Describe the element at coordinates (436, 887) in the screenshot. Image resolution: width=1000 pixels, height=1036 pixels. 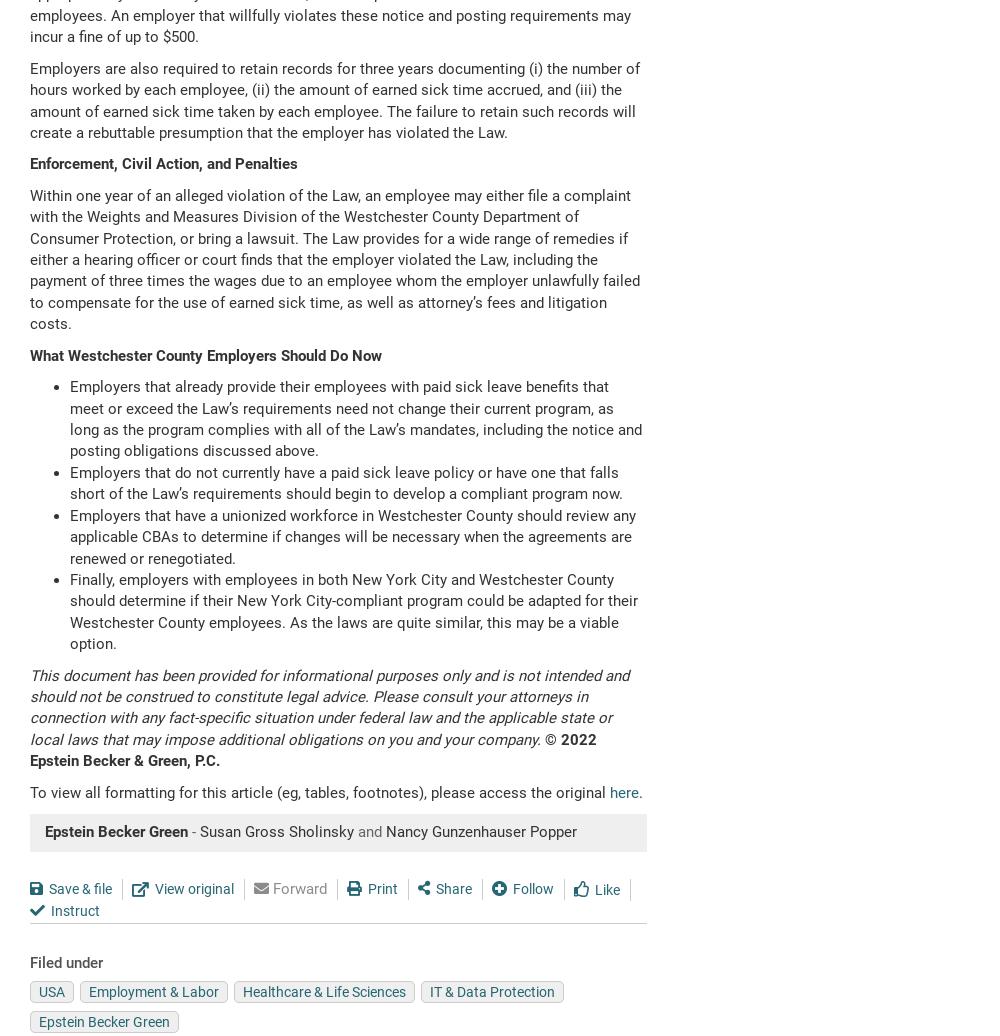
I see `'Share'` at that location.